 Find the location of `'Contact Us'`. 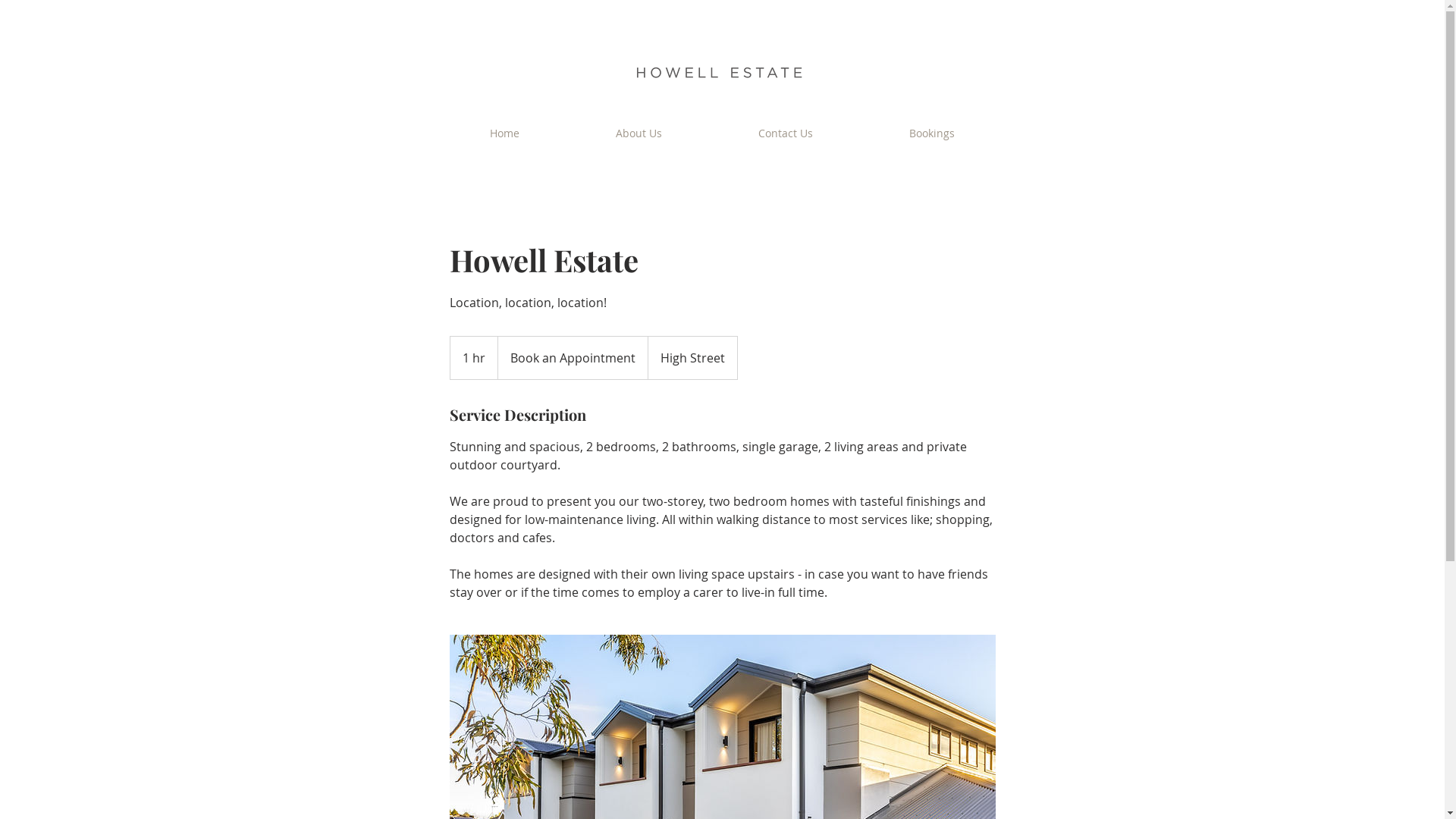

'Contact Us' is located at coordinates (785, 133).